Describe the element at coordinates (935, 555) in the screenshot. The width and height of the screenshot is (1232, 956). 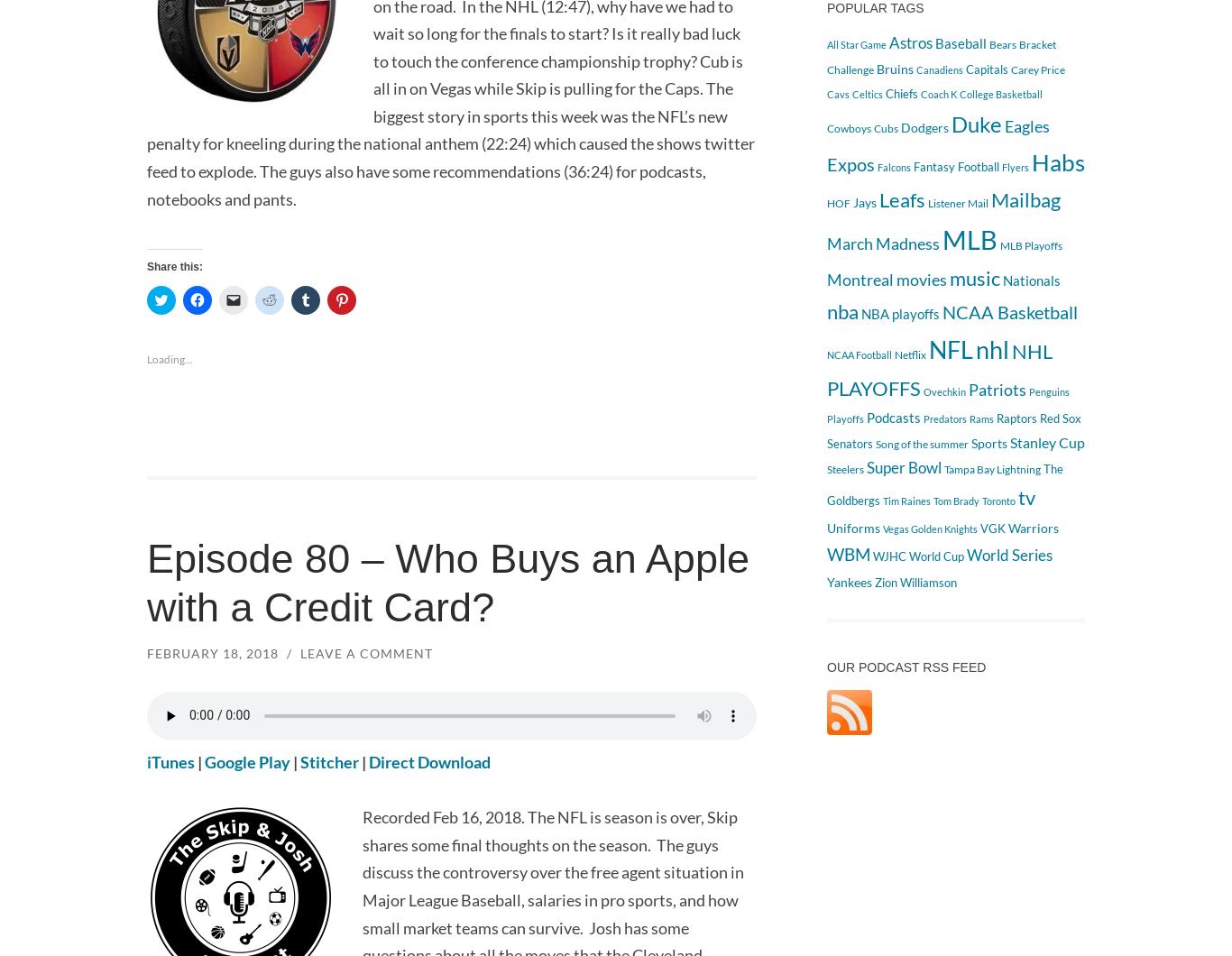
I see `'World Cup'` at that location.